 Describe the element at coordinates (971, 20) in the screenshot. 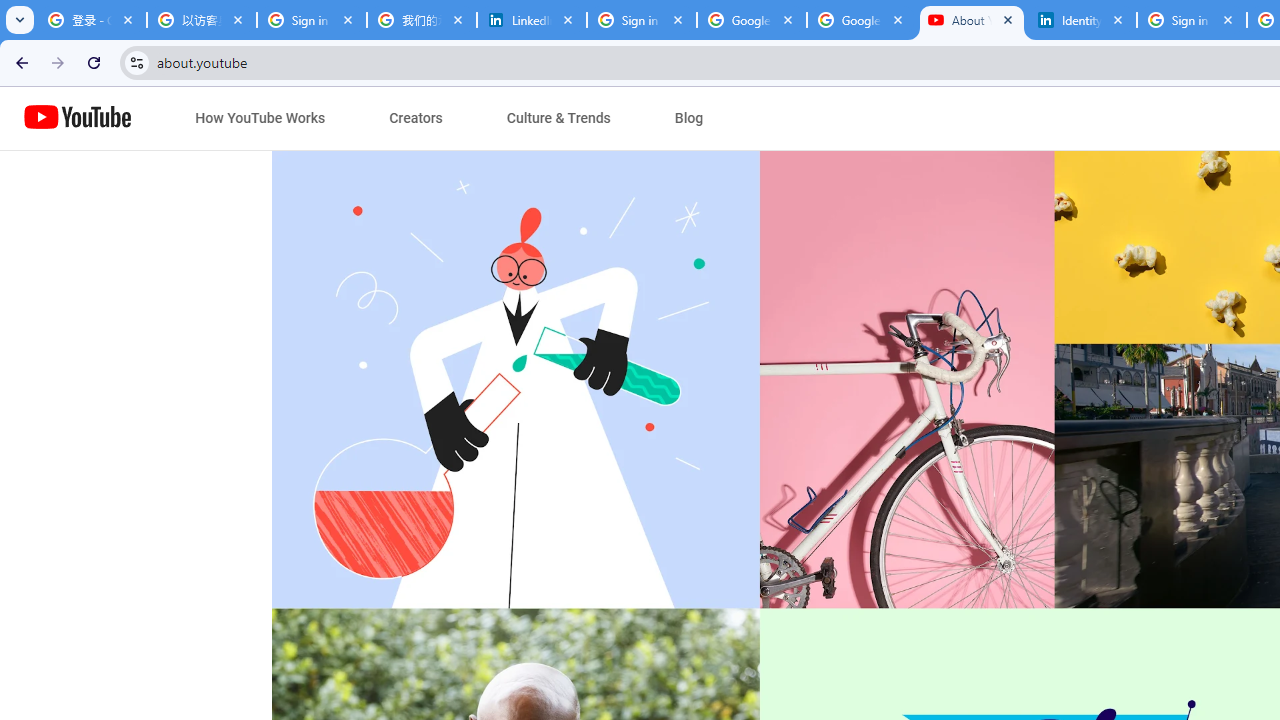

I see `'About YouTube - YouTube'` at that location.